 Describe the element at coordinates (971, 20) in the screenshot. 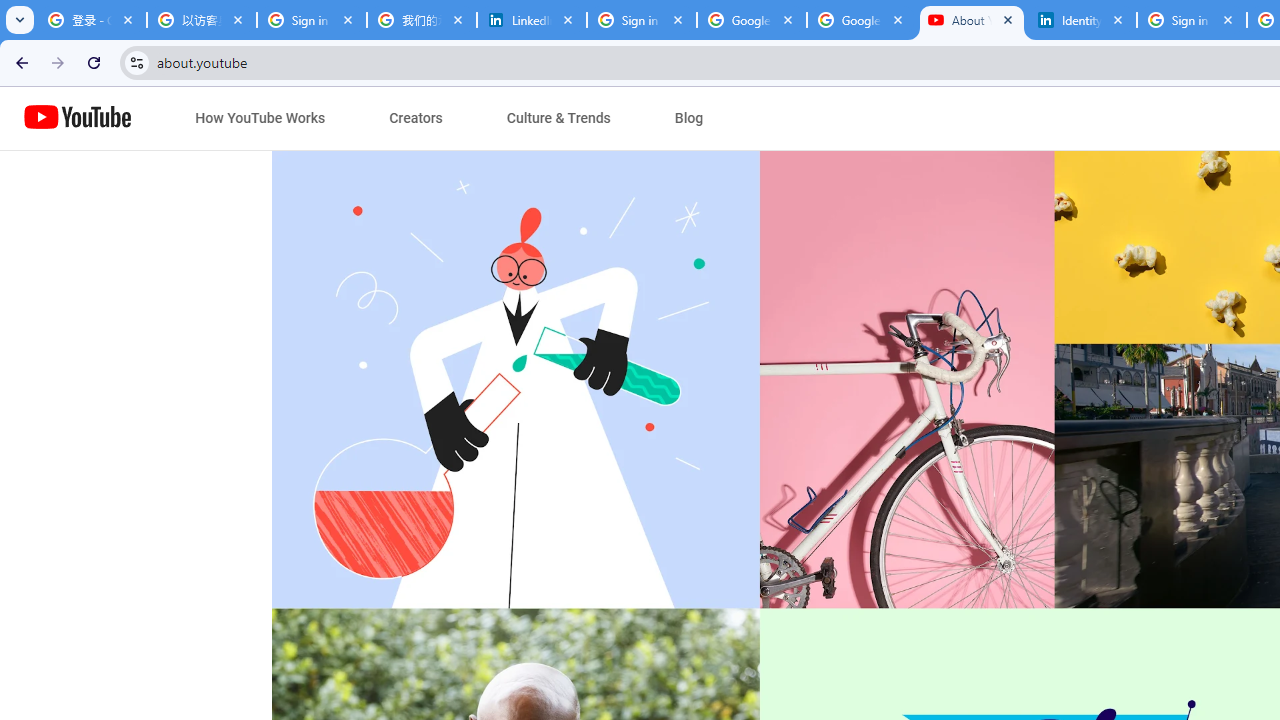

I see `'About YouTube - YouTube'` at that location.